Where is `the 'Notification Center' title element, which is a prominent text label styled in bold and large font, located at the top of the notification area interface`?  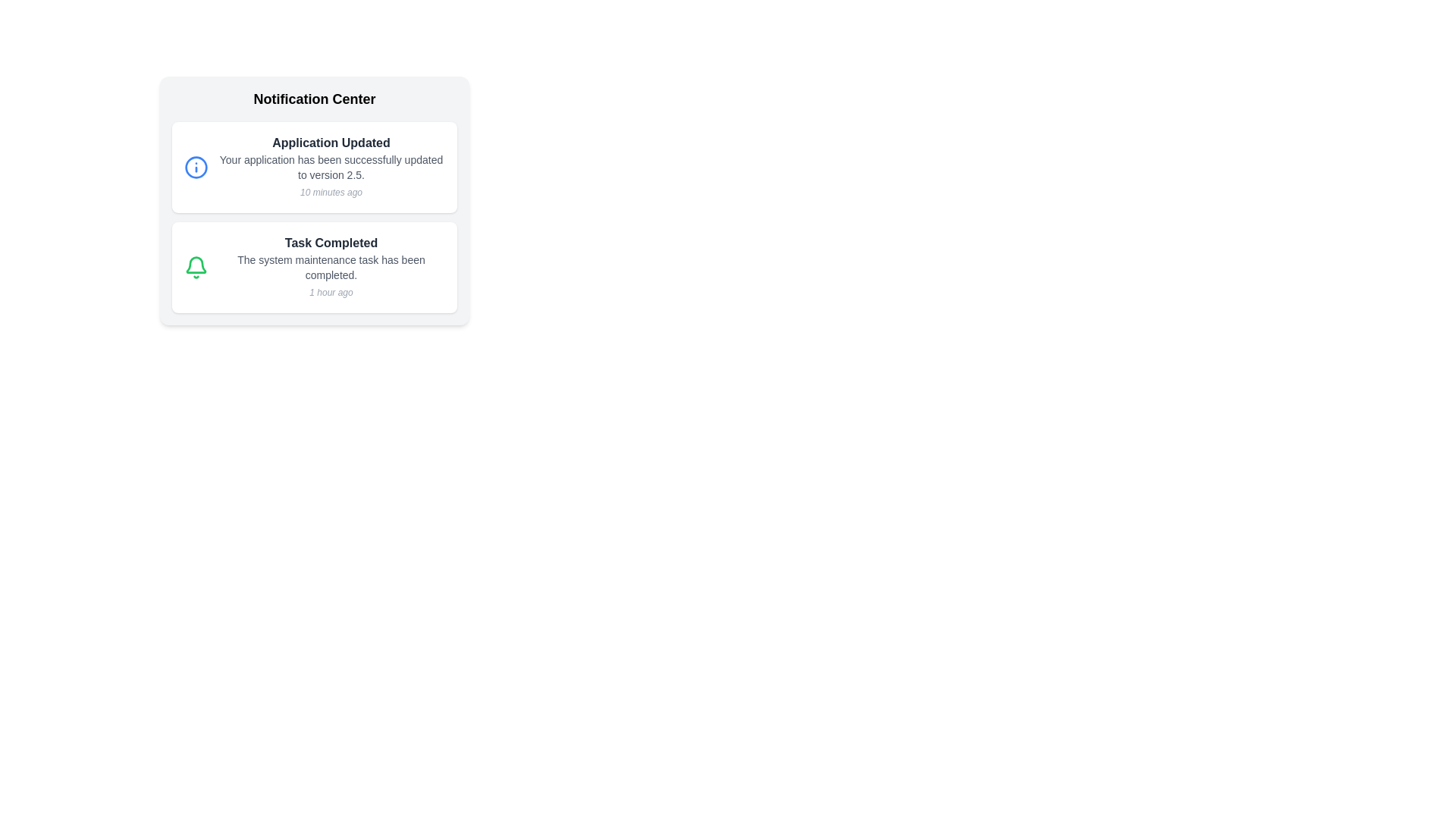 the 'Notification Center' title element, which is a prominent text label styled in bold and large font, located at the top of the notification area interface is located at coordinates (313, 99).